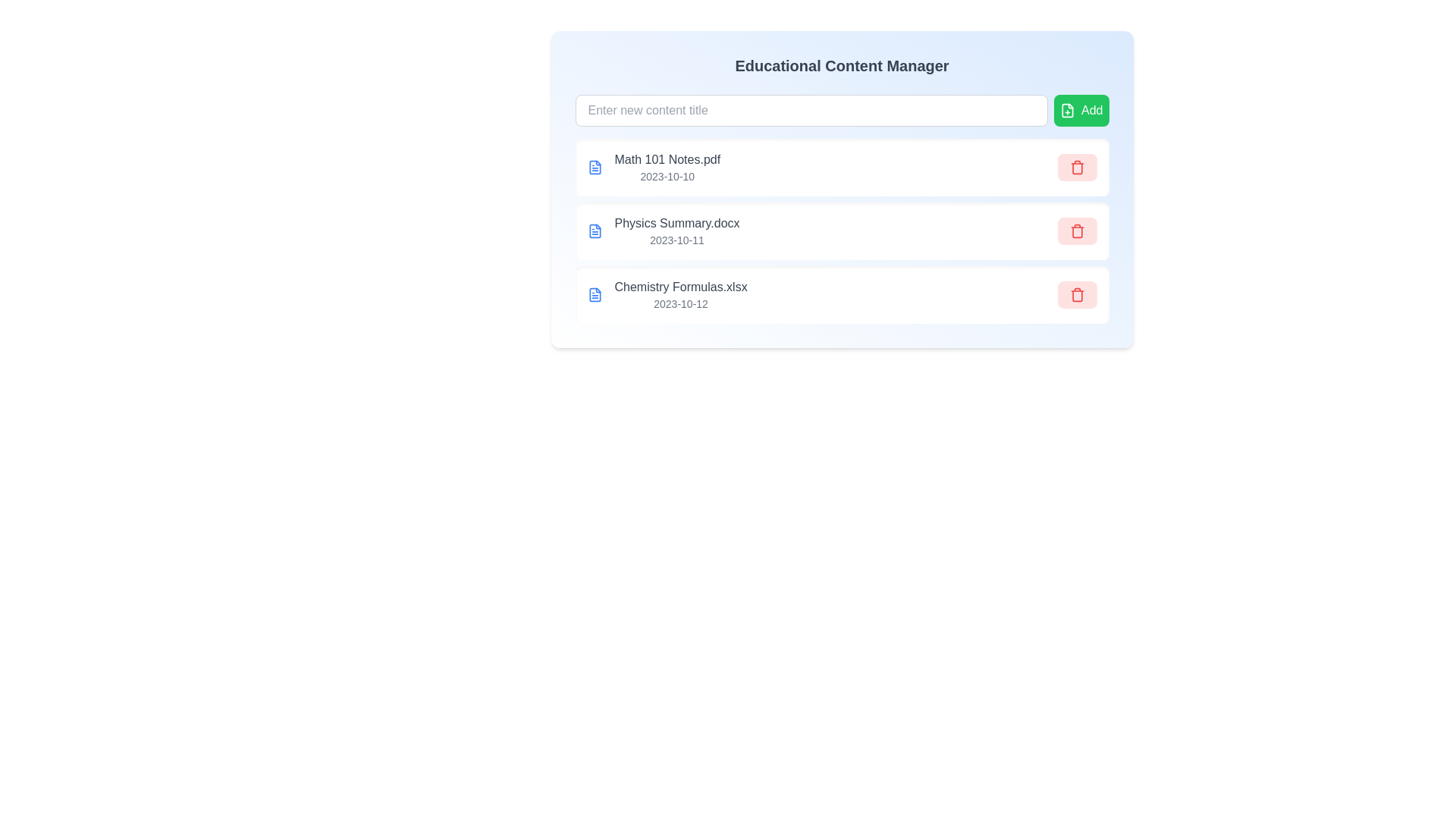 Image resolution: width=1456 pixels, height=819 pixels. Describe the element at coordinates (667, 167) in the screenshot. I see `the first list item labeled 'Math 101 Notes.pdf'` at that location.